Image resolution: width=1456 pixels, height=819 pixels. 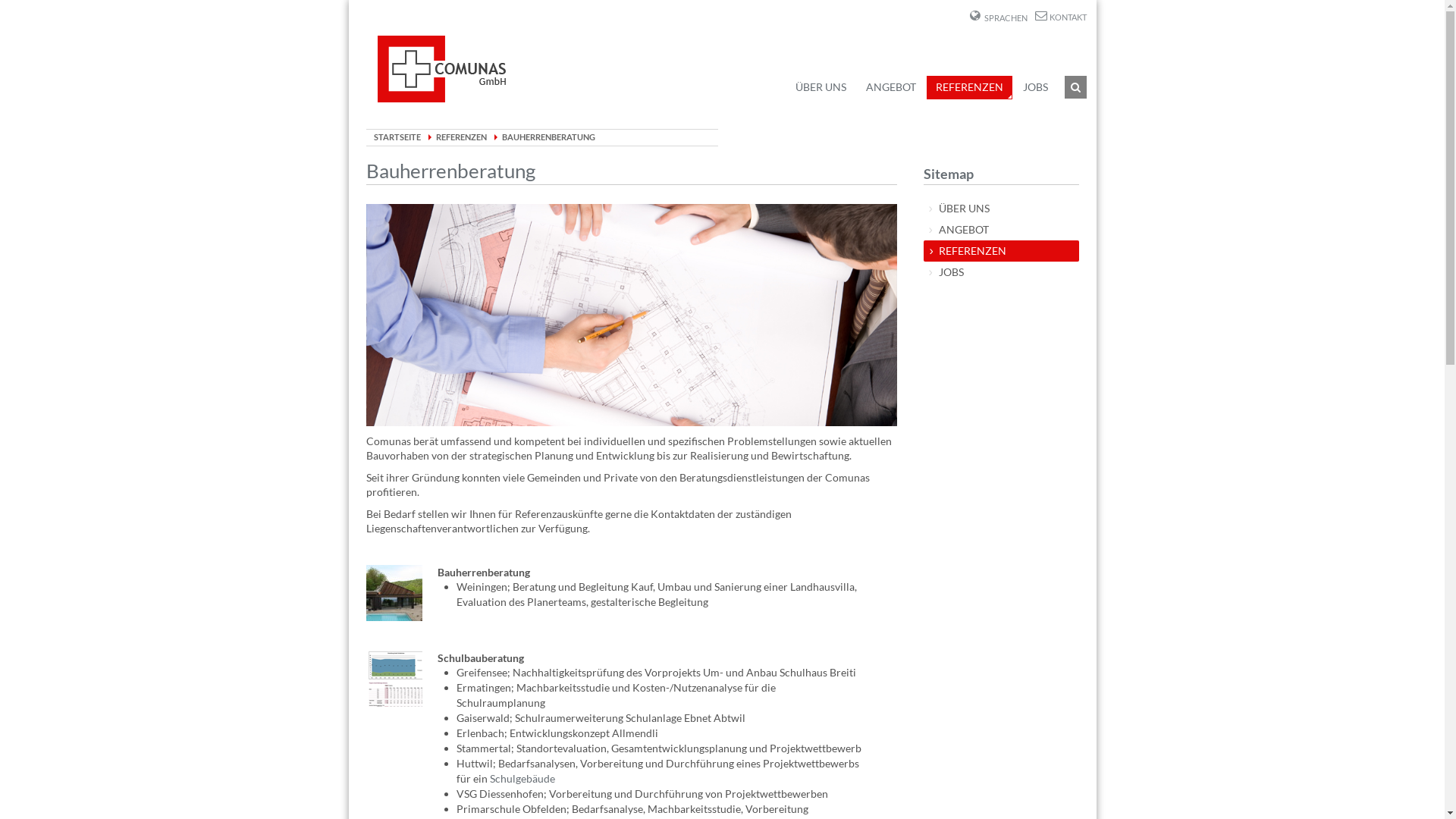 I want to click on 'Bauherrenberatung', so click(x=365, y=170).